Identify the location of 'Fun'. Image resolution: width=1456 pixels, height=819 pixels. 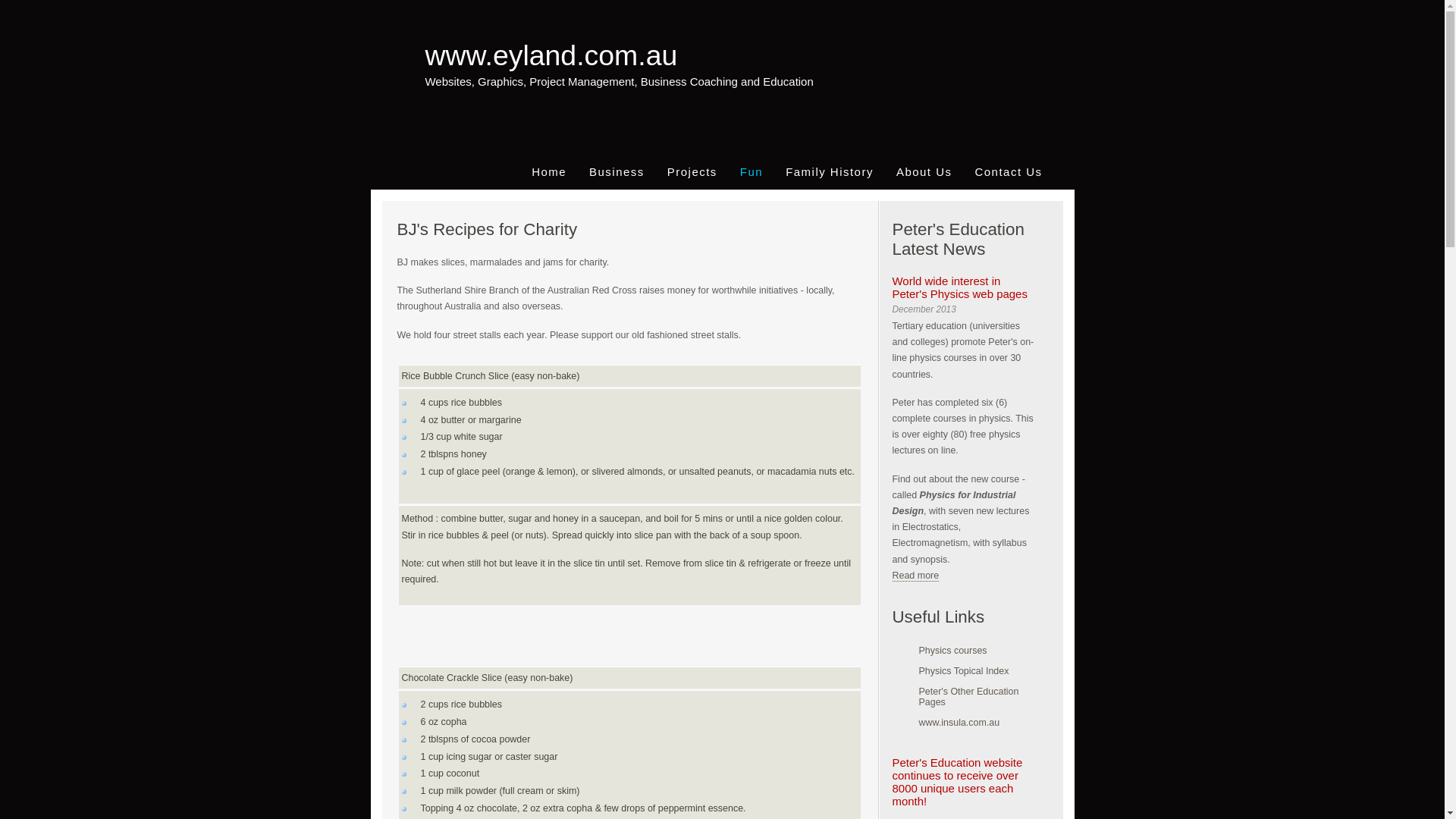
(751, 171).